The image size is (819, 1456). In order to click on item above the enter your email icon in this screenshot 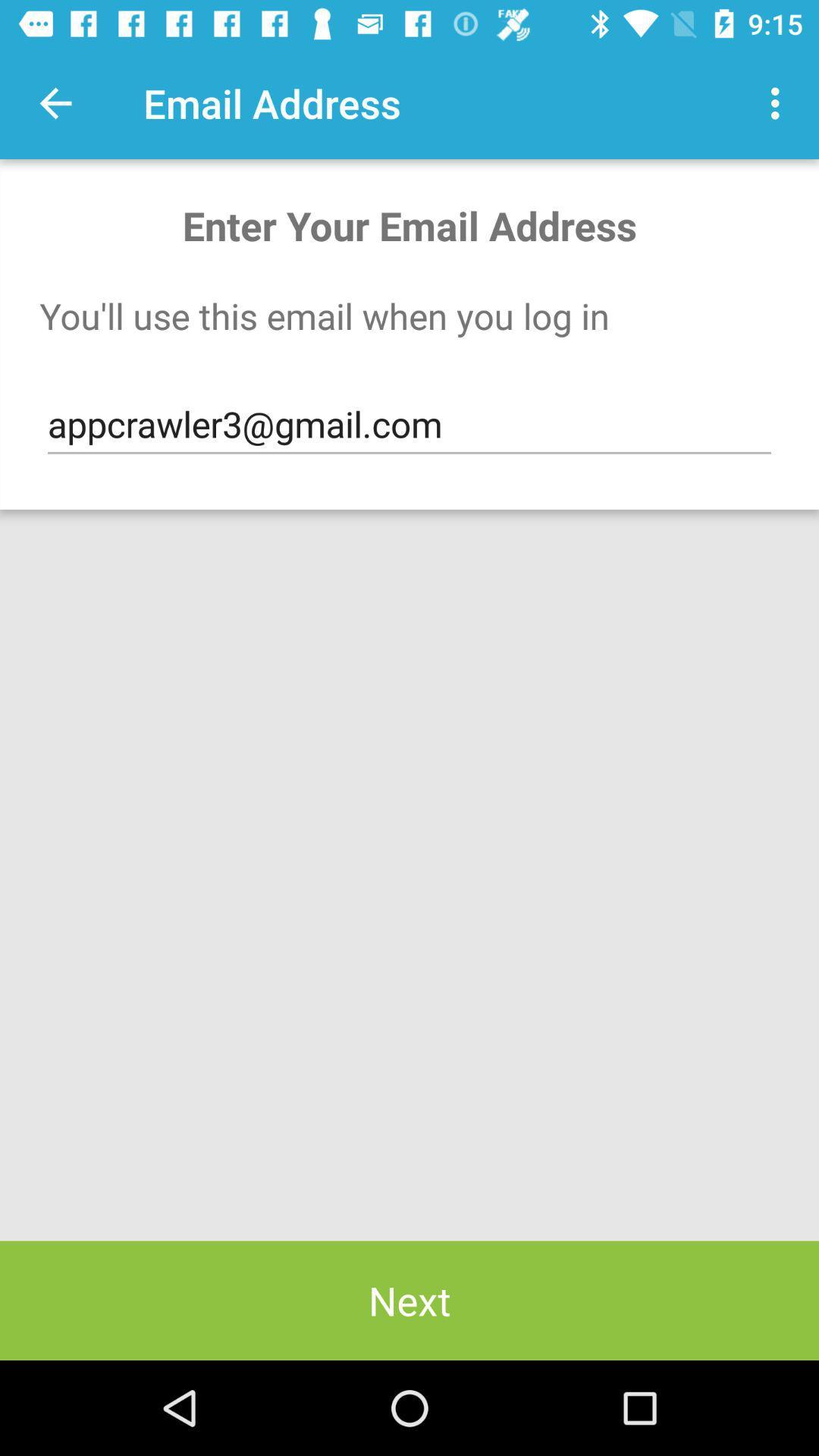, I will do `click(779, 102)`.